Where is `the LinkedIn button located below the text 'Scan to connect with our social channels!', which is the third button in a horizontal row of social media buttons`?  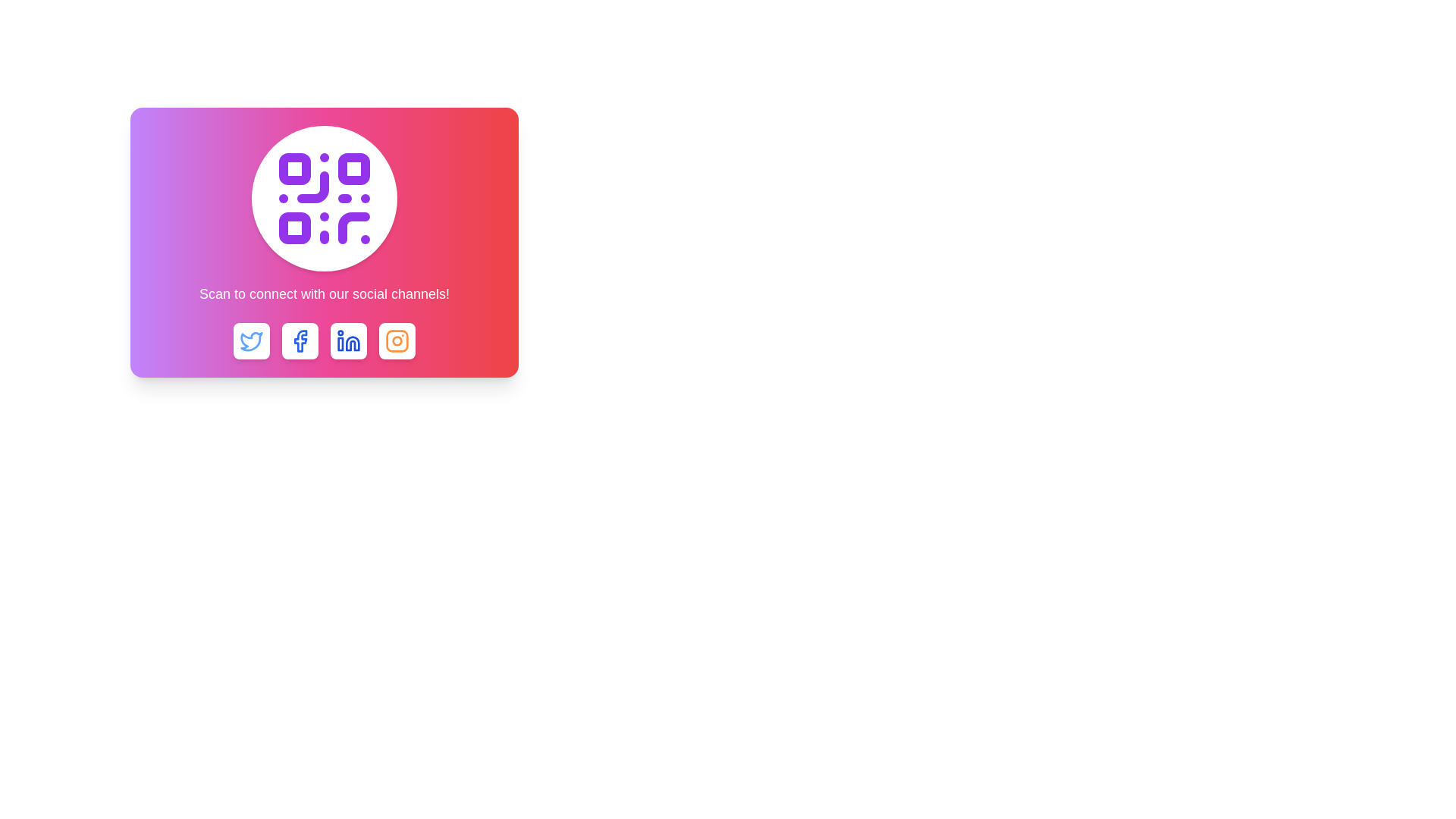 the LinkedIn button located below the text 'Scan to connect with our social channels!', which is the third button in a horizontal row of social media buttons is located at coordinates (348, 341).